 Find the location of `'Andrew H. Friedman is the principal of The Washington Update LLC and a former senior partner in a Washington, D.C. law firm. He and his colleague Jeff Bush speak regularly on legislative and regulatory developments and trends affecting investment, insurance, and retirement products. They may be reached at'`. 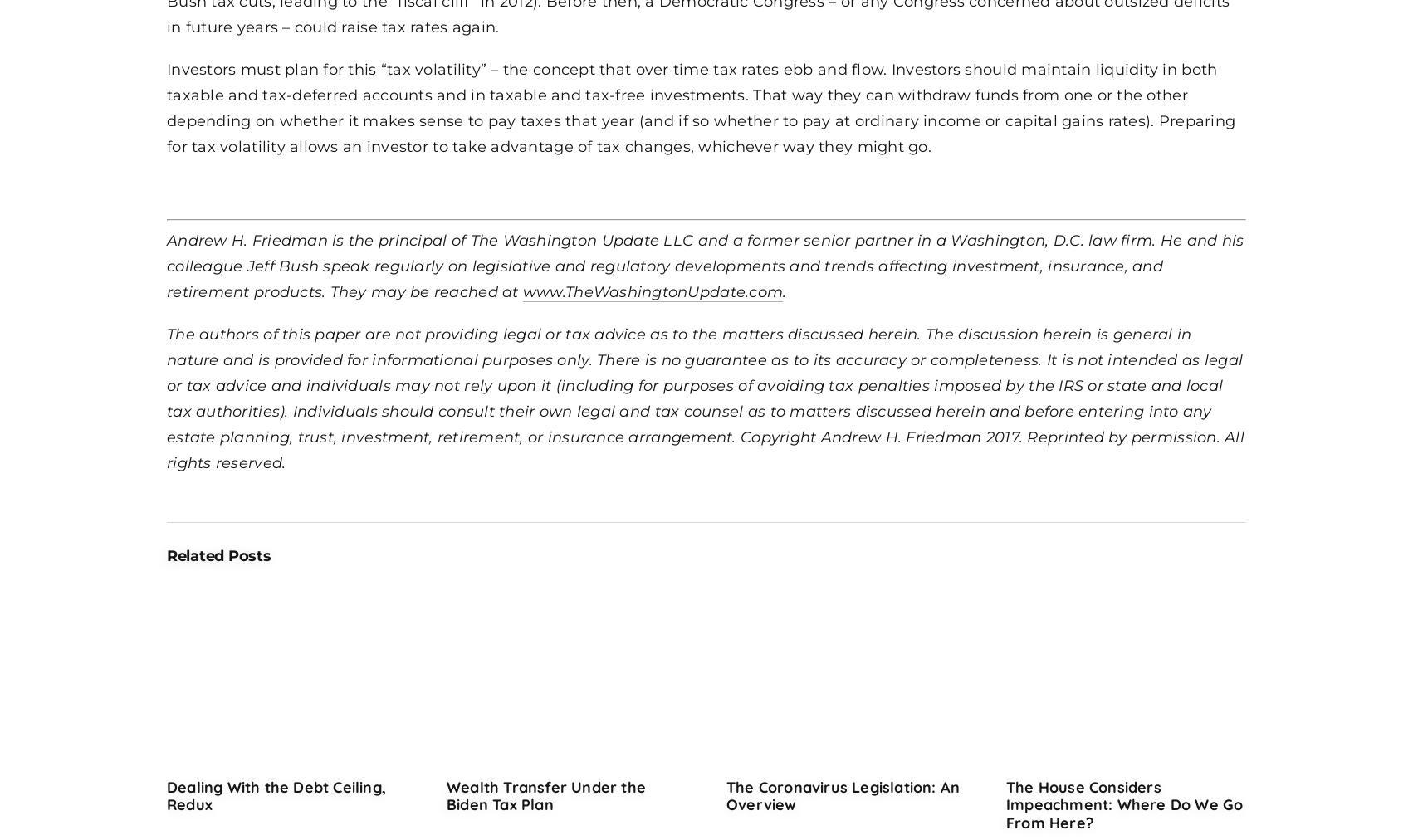

'Andrew H. Friedman is the principal of The Washington Update LLC and a former senior partner in a Washington, D.C. law firm. He and his colleague Jeff Bush speak regularly on legislative and regulatory developments and trends affecting investment, insurance, and retirement products. They may be reached at' is located at coordinates (166, 264).